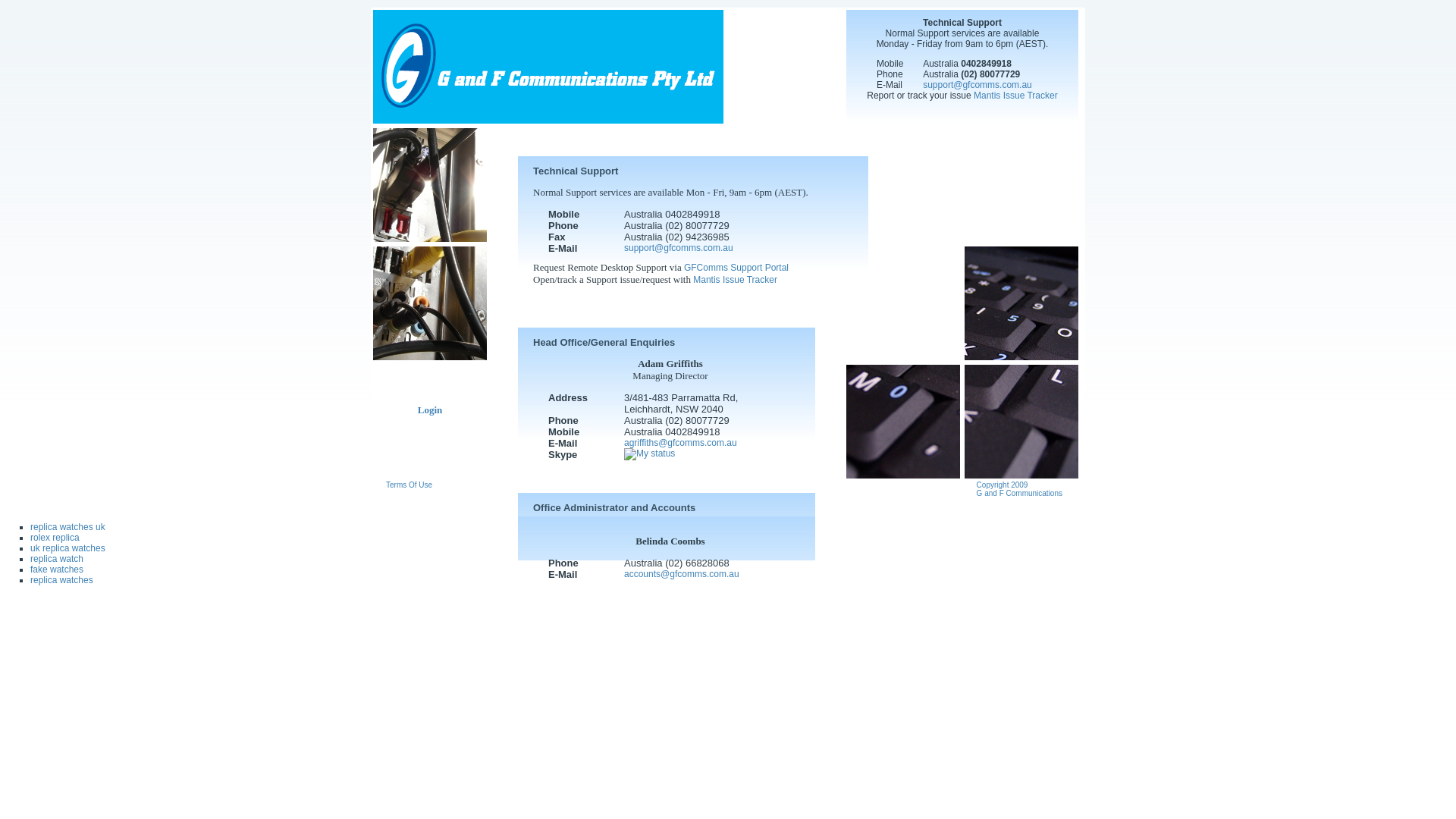  What do you see at coordinates (677, 247) in the screenshot?
I see `'support@gfcomms.com.au'` at bounding box center [677, 247].